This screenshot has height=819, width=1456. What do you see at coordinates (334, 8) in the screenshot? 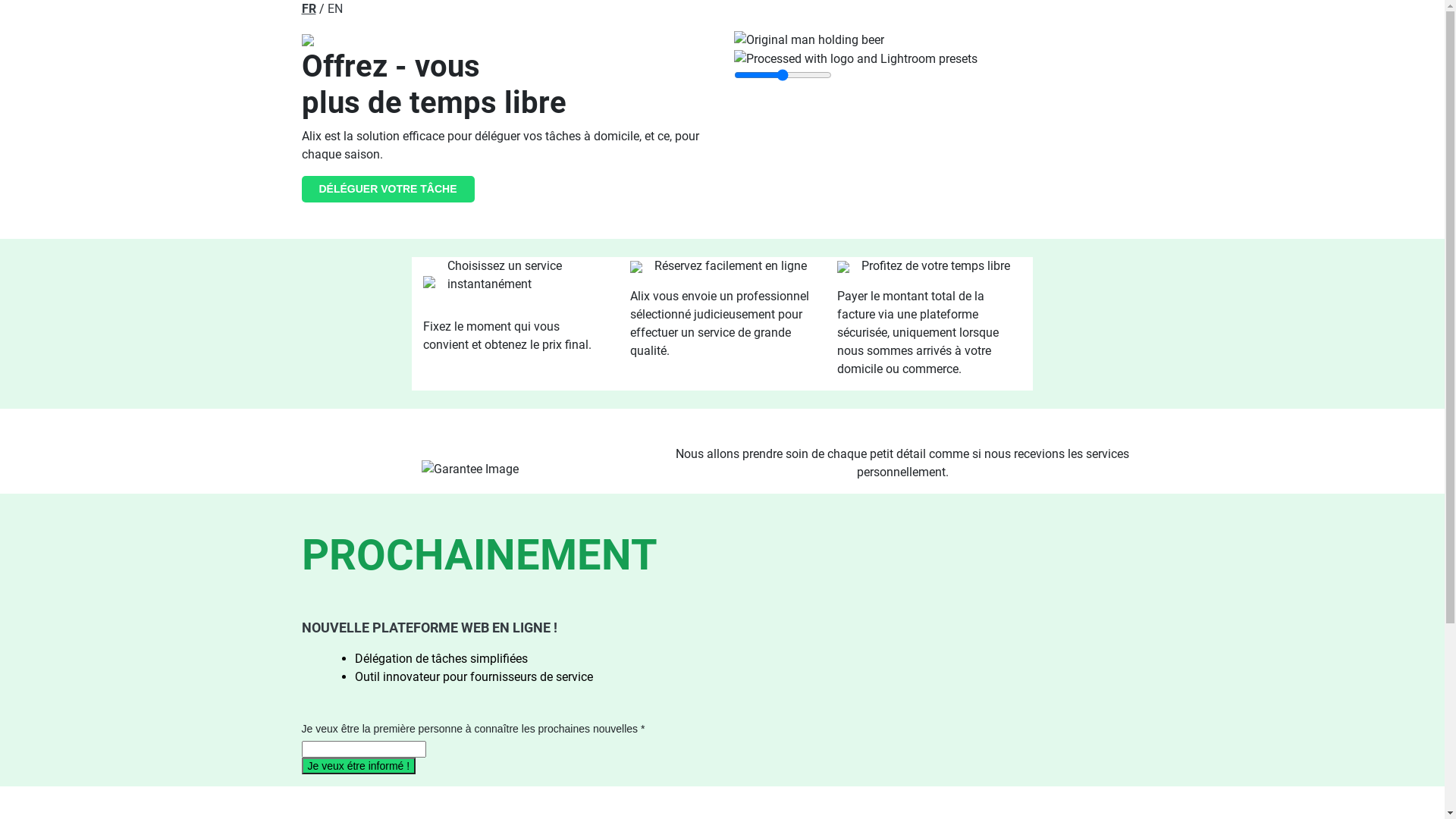
I see `'EN'` at bounding box center [334, 8].